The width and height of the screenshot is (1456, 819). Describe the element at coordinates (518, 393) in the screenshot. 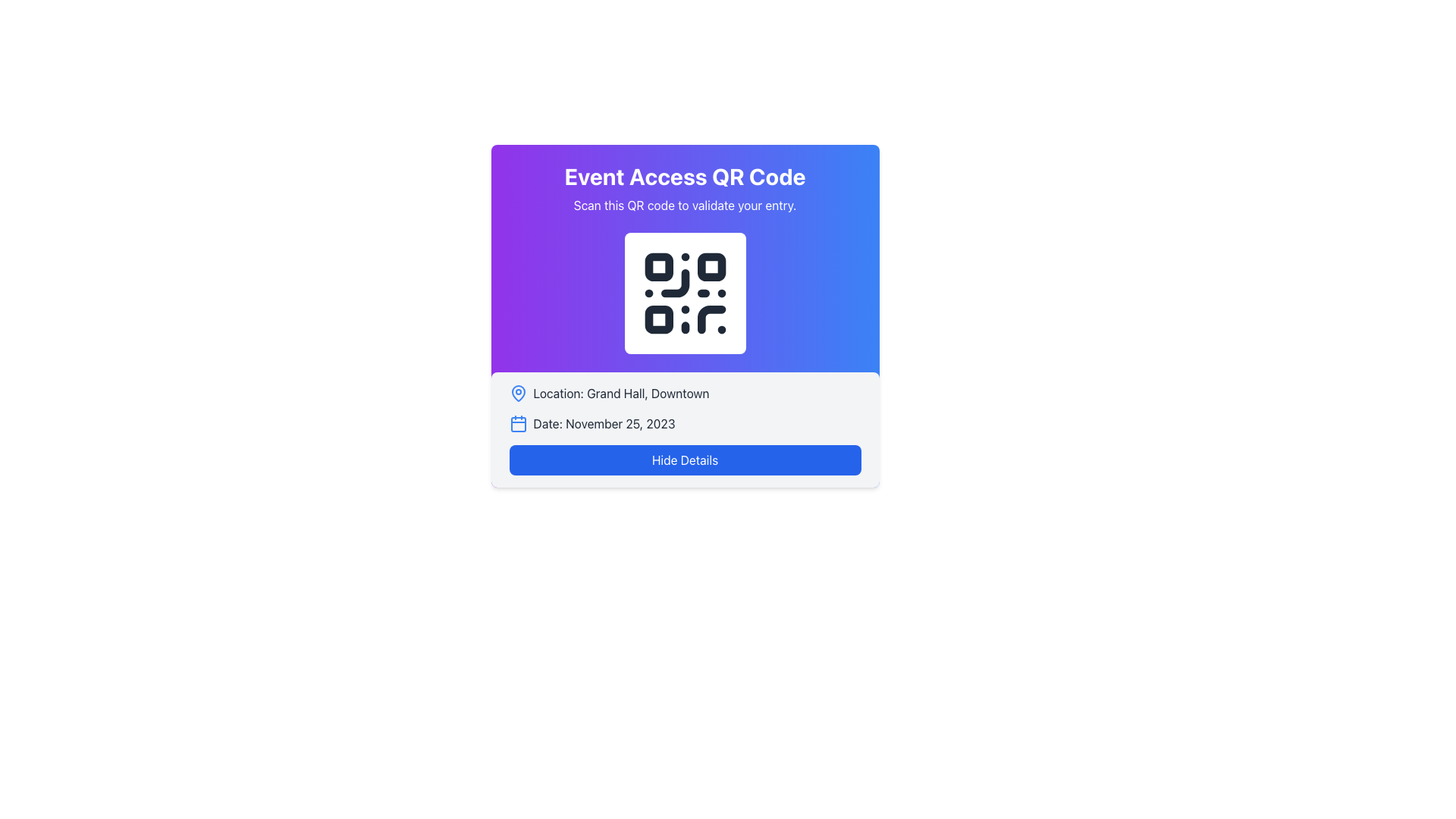

I see `the blue-colored pin icon that resembles a map location indicator, located beside the text 'Location: Grand Hall, Downtown' in the bottom-left quadrant of the card` at that location.